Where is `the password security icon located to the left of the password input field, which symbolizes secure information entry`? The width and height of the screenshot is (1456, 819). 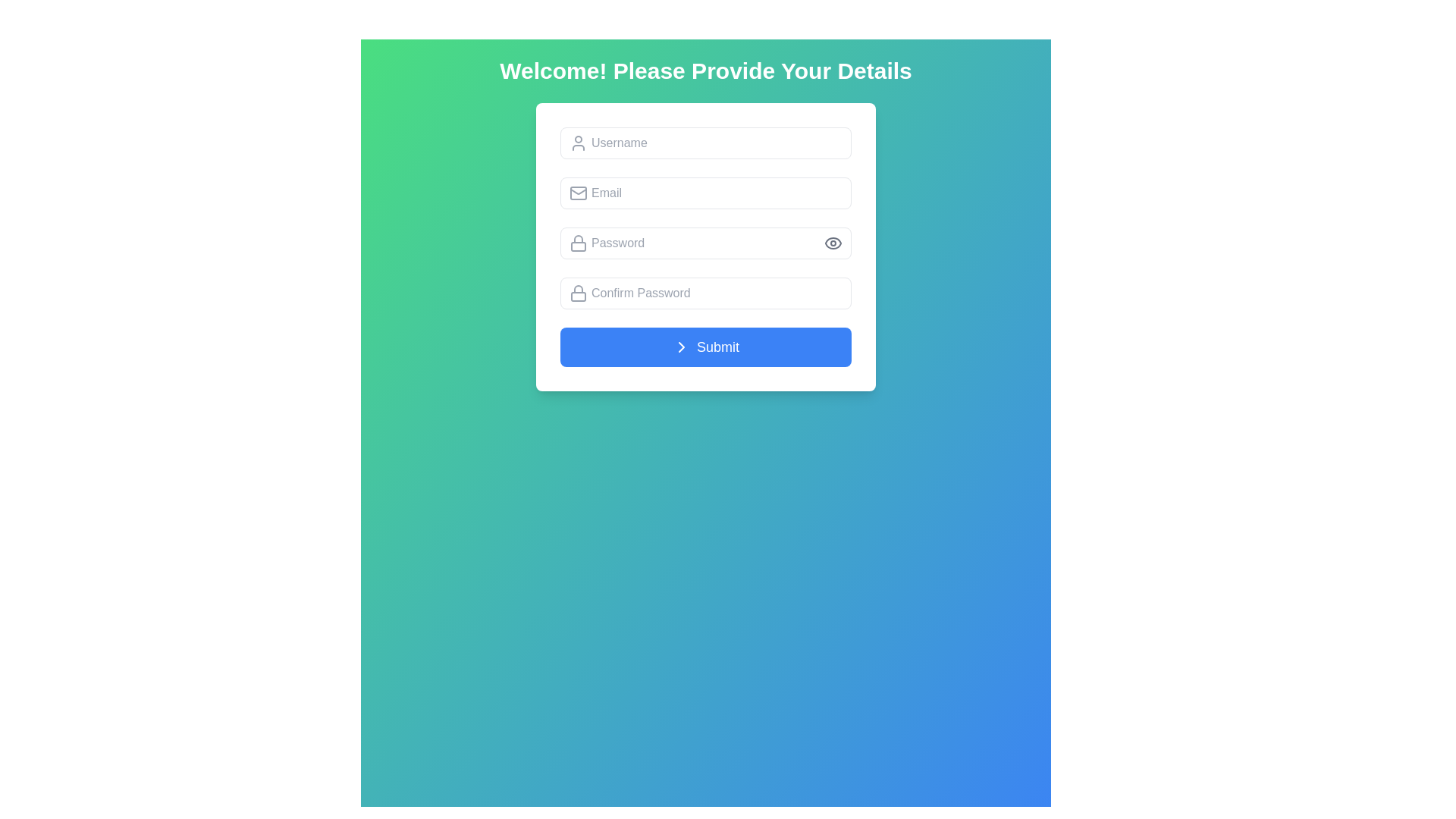
the password security icon located to the left of the password input field, which symbolizes secure information entry is located at coordinates (578, 242).